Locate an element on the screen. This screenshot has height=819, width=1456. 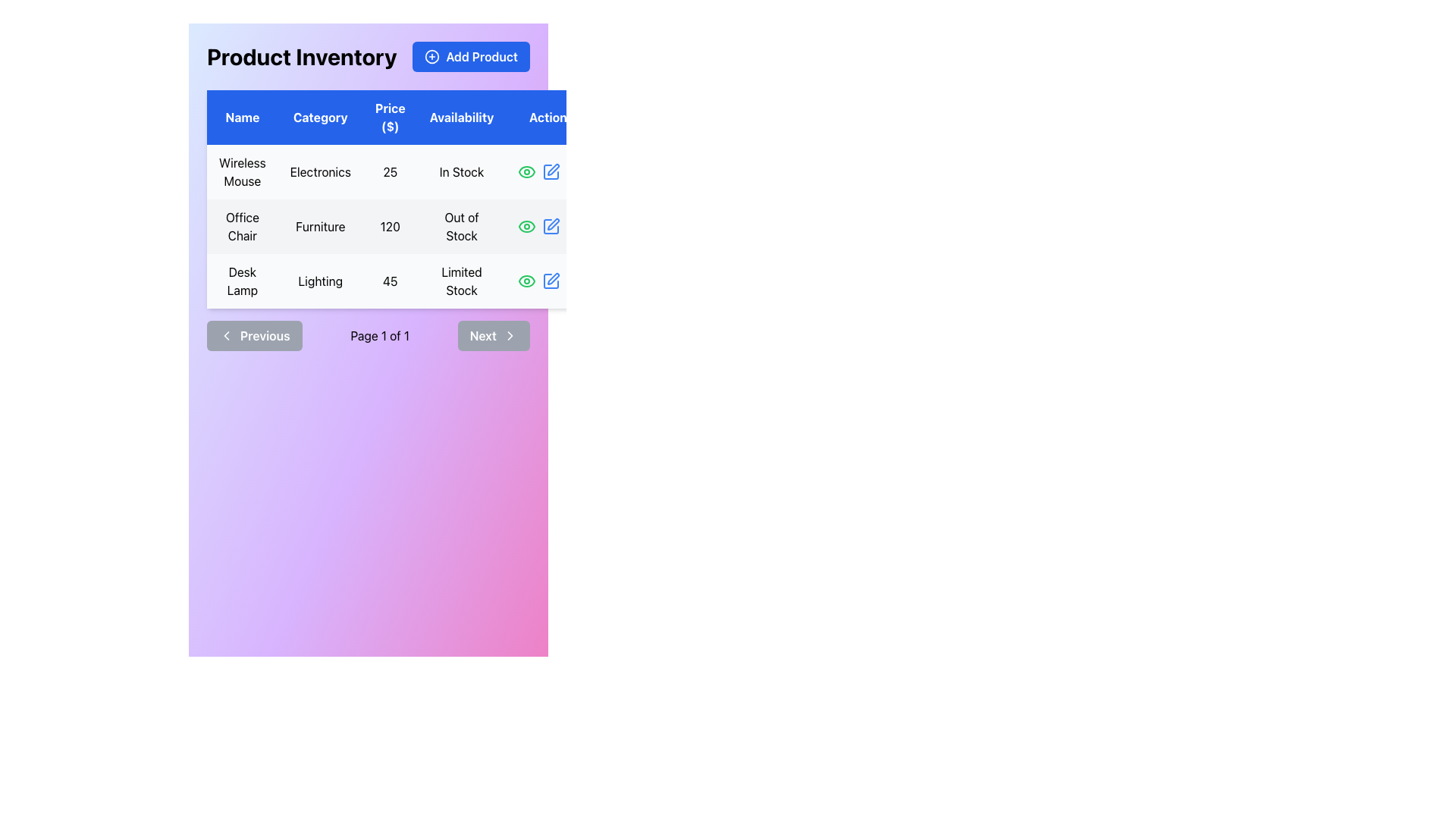
the edit icon in the 'Actions' column of the last row in the product table is located at coordinates (551, 281).